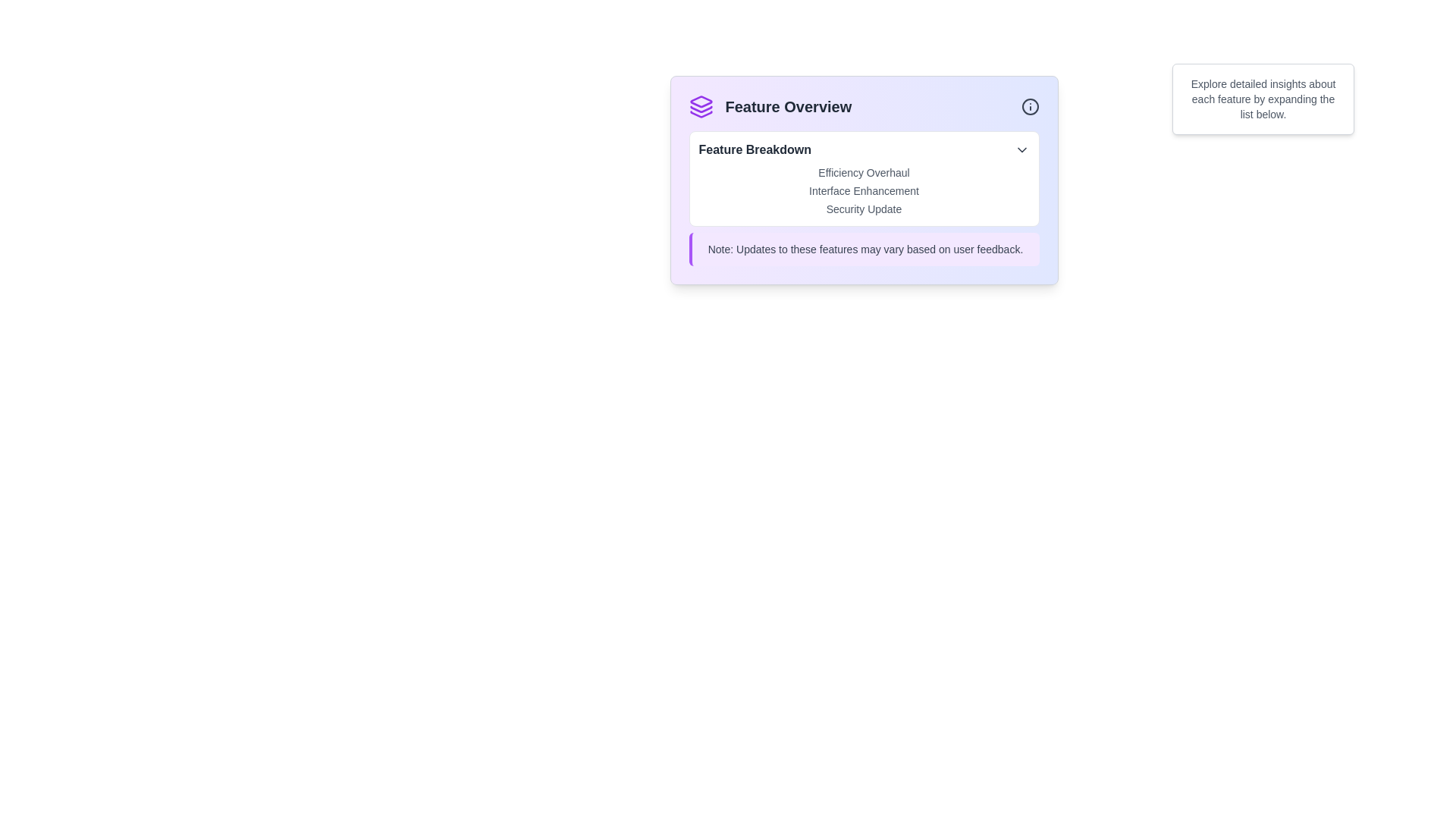  What do you see at coordinates (1030, 106) in the screenshot?
I see `the circular 'info' icon located at the top-right corner of the 'Feature Overview' card` at bounding box center [1030, 106].